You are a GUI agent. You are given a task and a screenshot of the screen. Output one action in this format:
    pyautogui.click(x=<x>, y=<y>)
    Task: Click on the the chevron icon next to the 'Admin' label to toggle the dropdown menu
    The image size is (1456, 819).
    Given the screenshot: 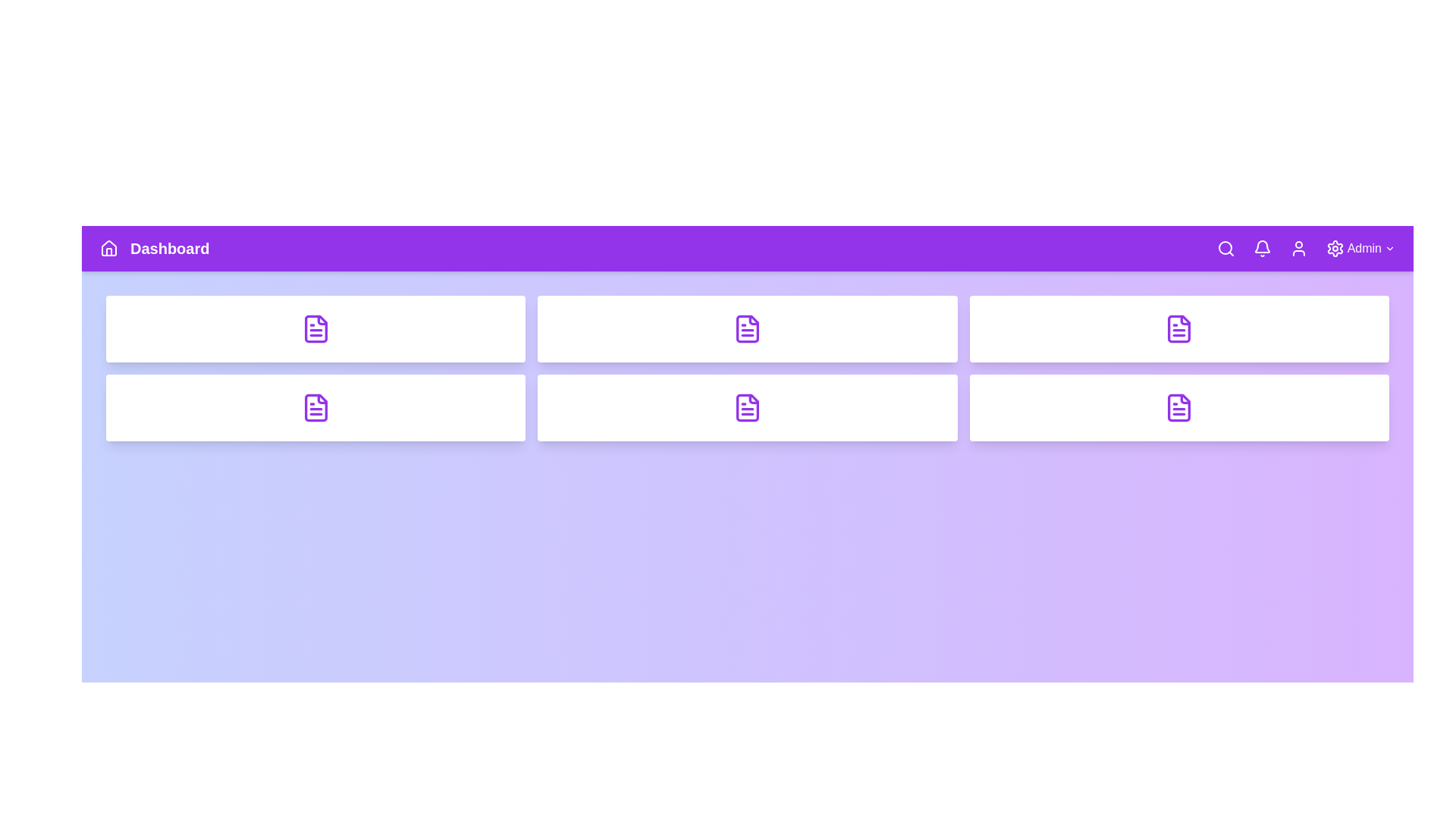 What is the action you would take?
    pyautogui.click(x=1390, y=247)
    